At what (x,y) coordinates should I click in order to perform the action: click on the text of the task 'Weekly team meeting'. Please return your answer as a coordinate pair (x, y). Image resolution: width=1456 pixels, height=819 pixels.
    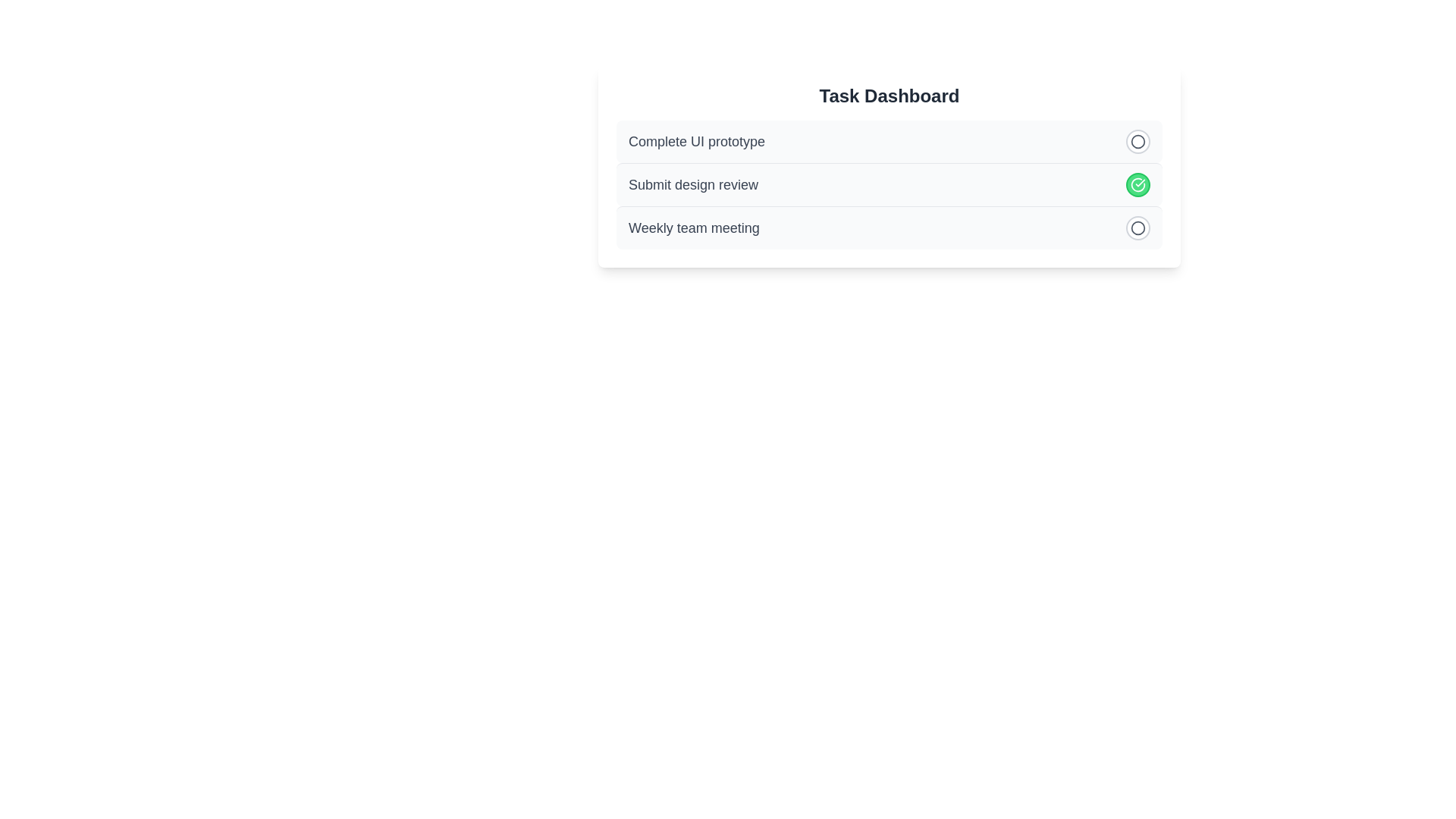
    Looking at the image, I should click on (693, 227).